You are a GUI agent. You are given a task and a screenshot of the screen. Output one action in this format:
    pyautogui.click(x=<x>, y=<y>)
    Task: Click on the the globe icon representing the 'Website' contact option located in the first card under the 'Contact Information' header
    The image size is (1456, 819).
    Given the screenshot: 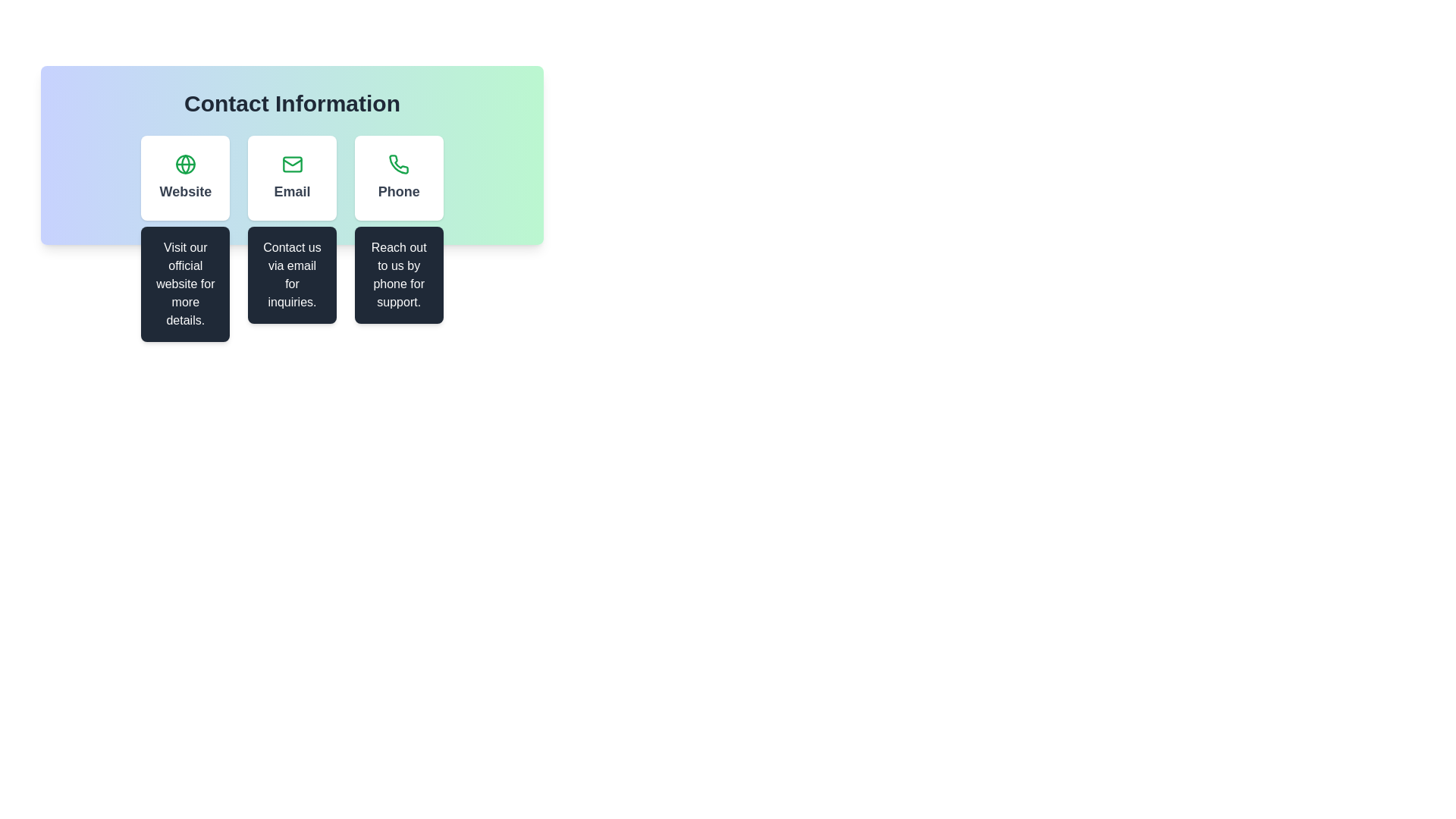 What is the action you would take?
    pyautogui.click(x=184, y=164)
    